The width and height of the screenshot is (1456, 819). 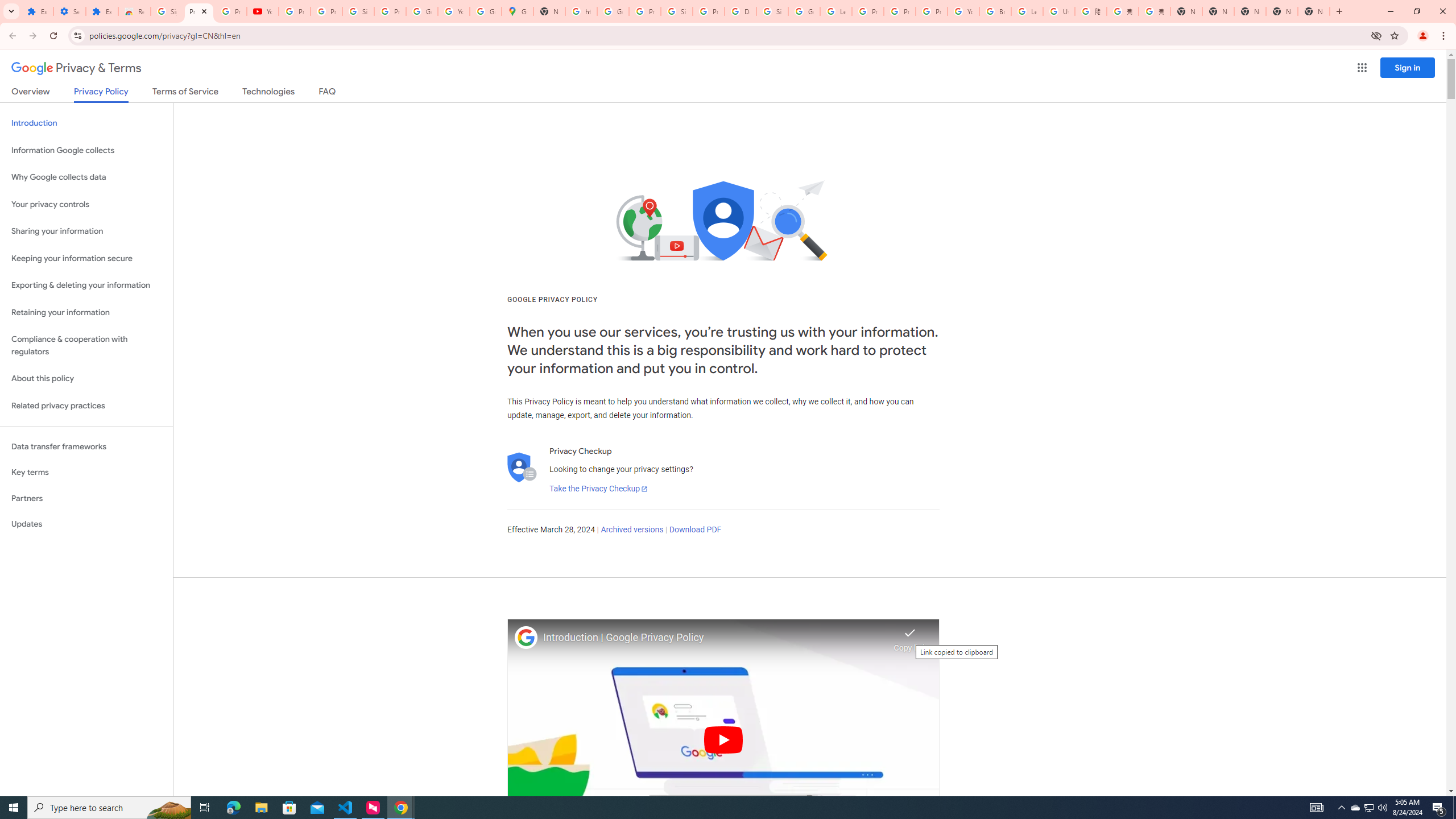 What do you see at coordinates (1314, 11) in the screenshot?
I see `'New Tab'` at bounding box center [1314, 11].